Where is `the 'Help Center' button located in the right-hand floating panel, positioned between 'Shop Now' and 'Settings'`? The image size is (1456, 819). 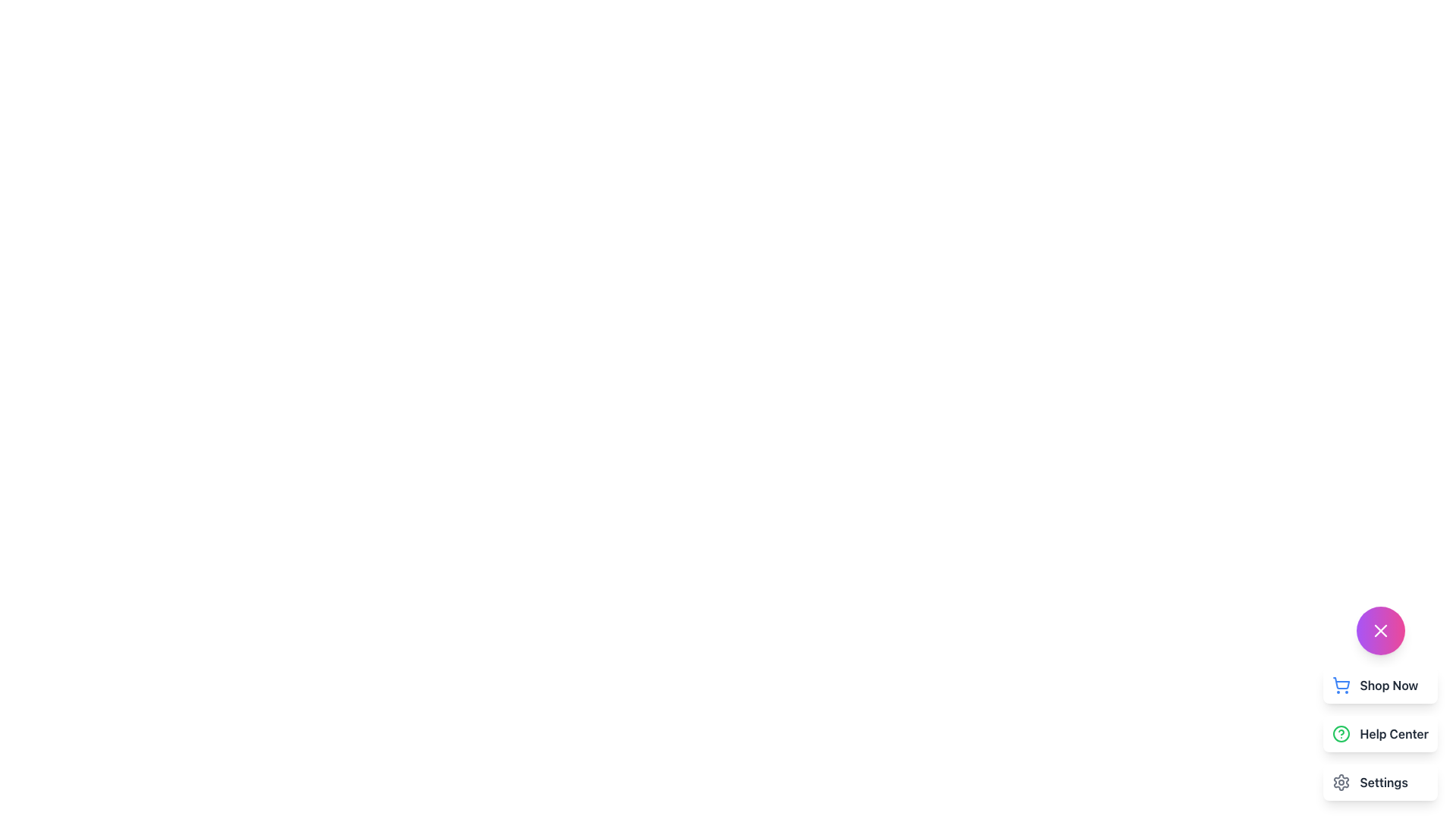
the 'Help Center' button located in the right-hand floating panel, positioned between 'Shop Now' and 'Settings' is located at coordinates (1379, 733).